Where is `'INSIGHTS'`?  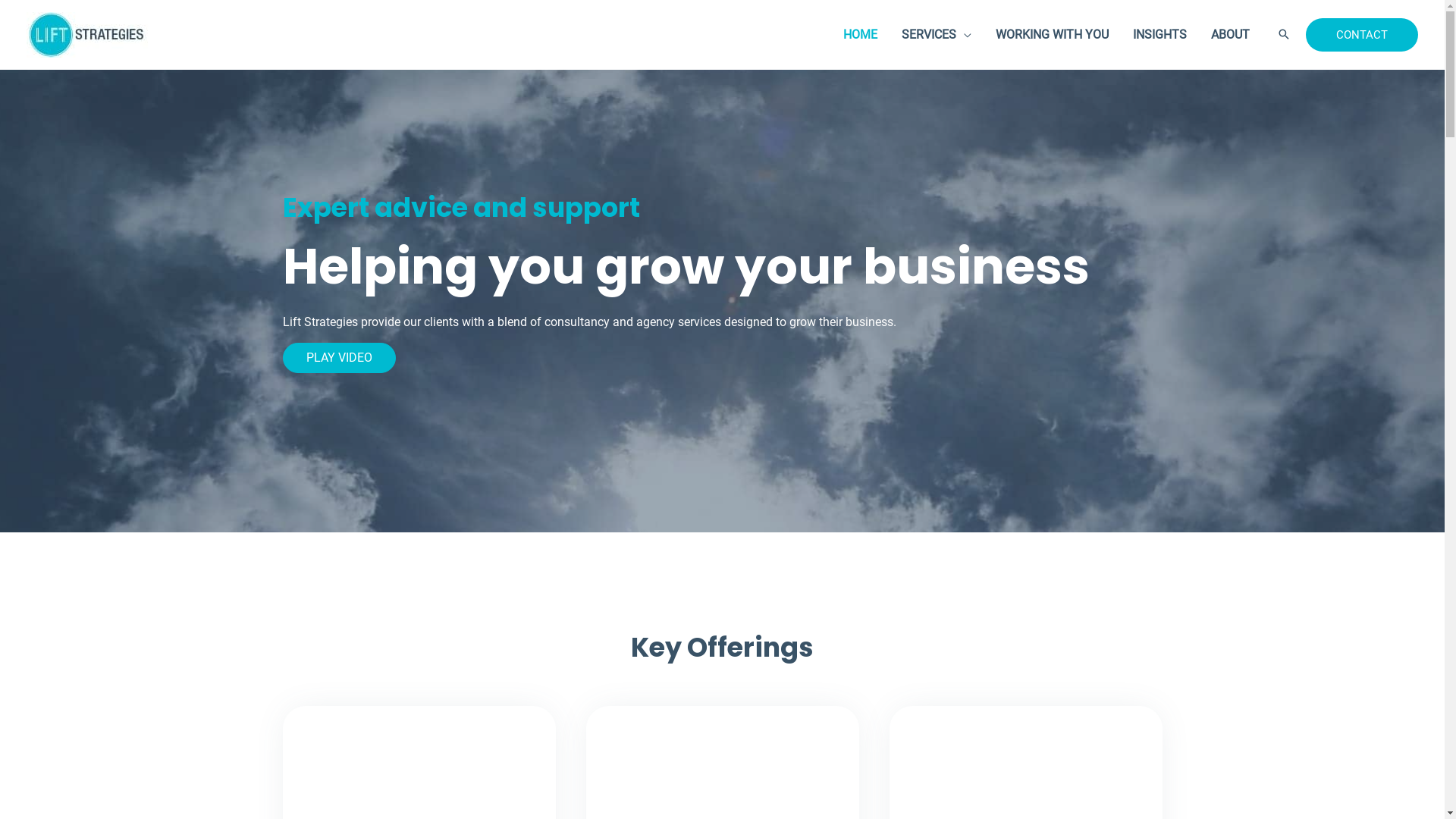
'INSIGHTS' is located at coordinates (1159, 34).